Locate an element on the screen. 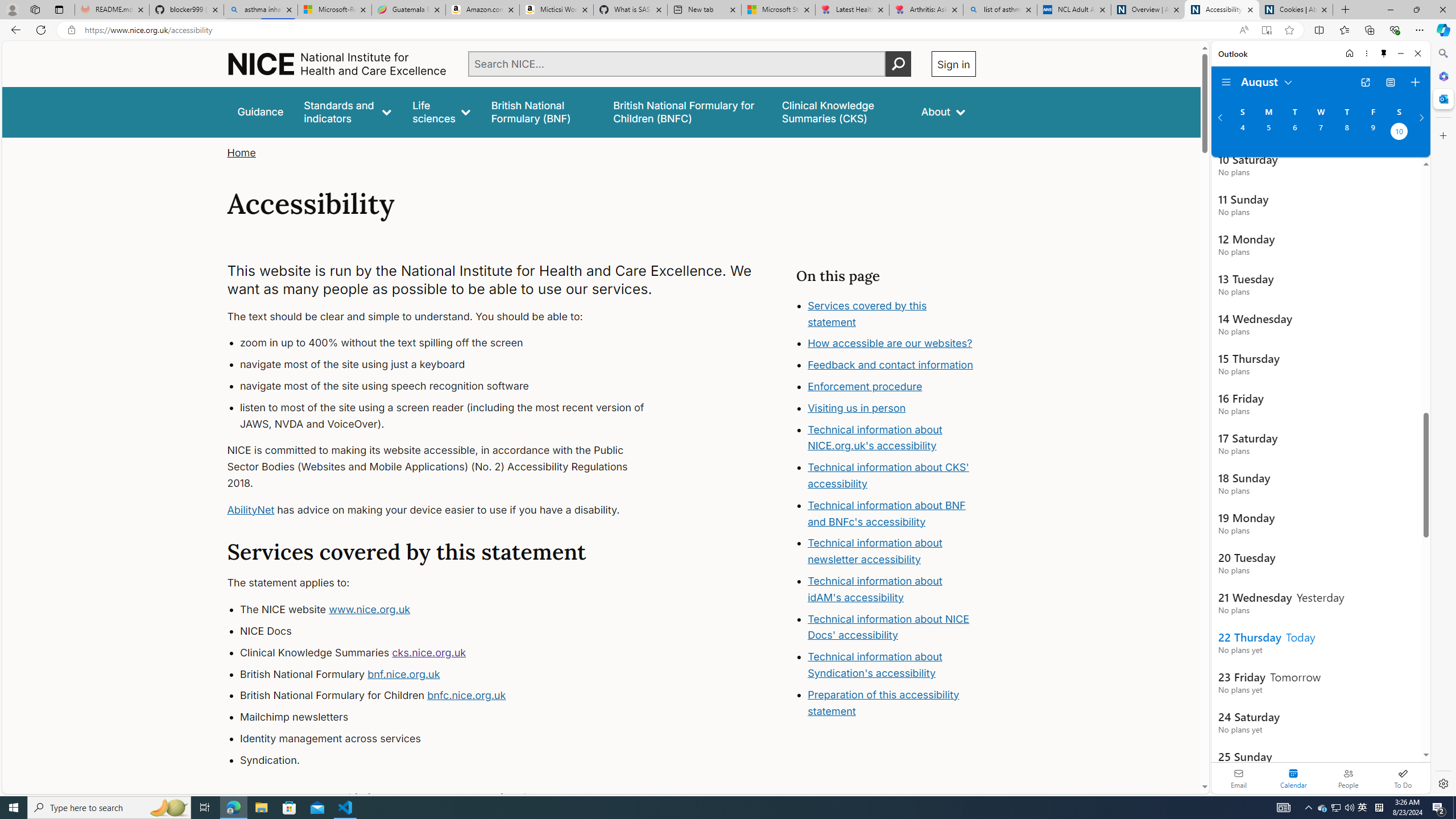  'Perform search' is located at coordinates (897, 63).